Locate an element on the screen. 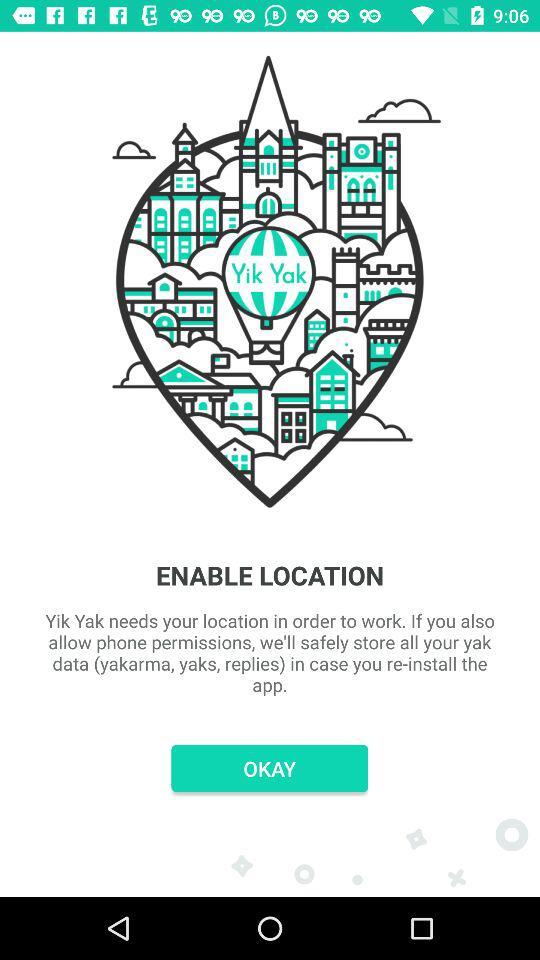 This screenshot has height=960, width=540. okay is located at coordinates (269, 767).